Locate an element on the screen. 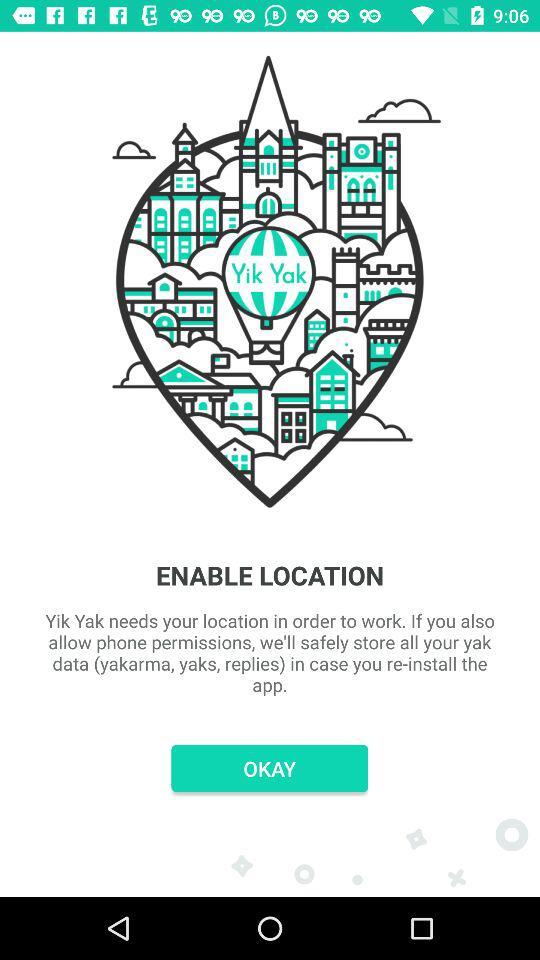 This screenshot has height=960, width=540. okay is located at coordinates (269, 767).